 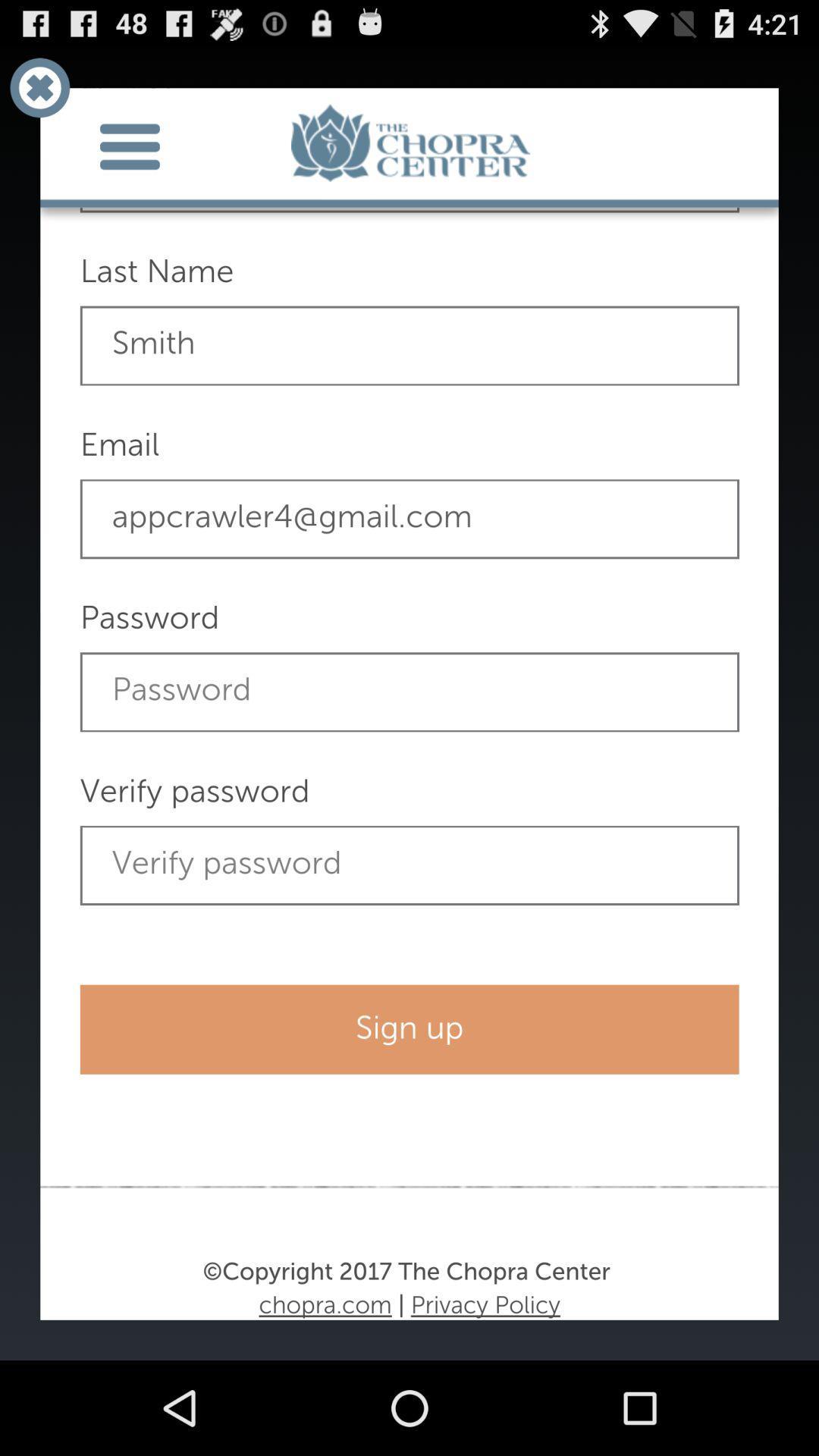 What do you see at coordinates (39, 93) in the screenshot?
I see `the close icon` at bounding box center [39, 93].